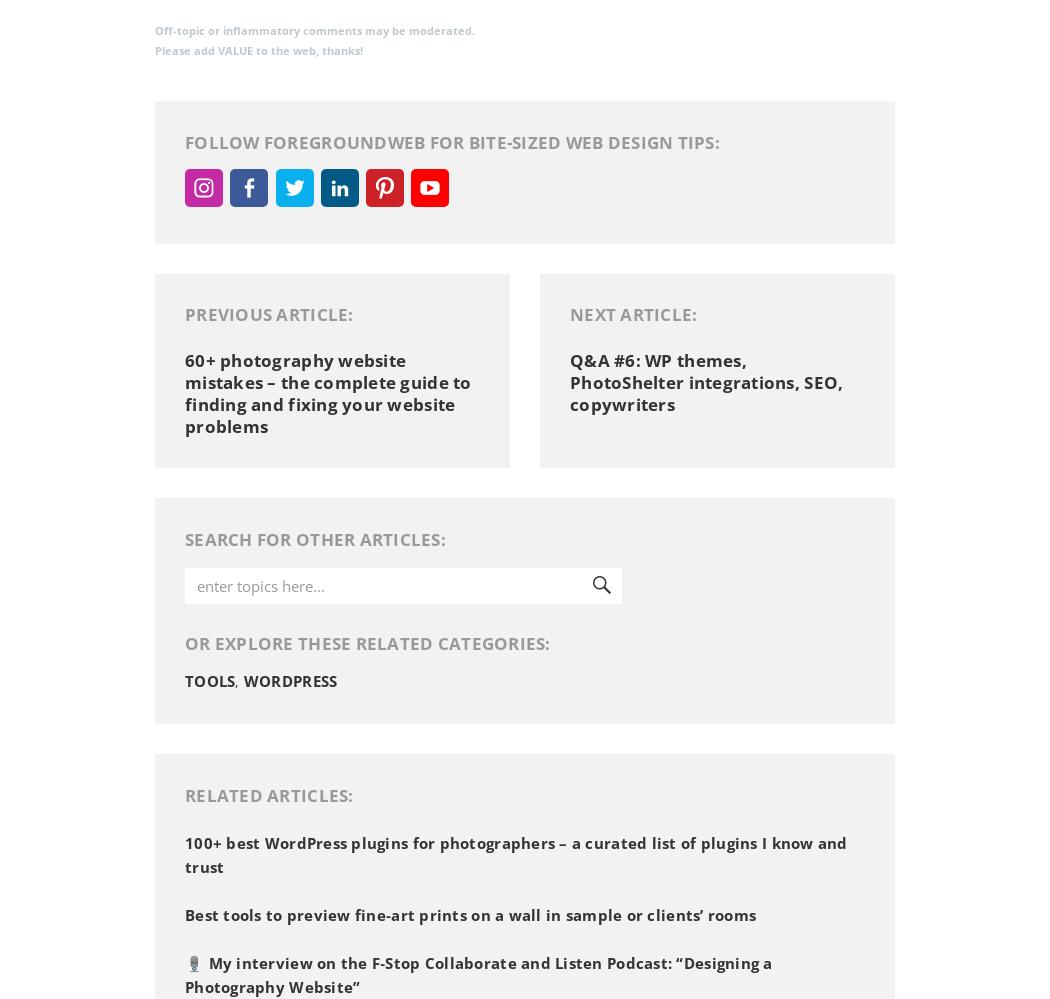 The height and width of the screenshot is (999, 1050). Describe the element at coordinates (185, 642) in the screenshot. I see `'Or explore these related categories:'` at that location.